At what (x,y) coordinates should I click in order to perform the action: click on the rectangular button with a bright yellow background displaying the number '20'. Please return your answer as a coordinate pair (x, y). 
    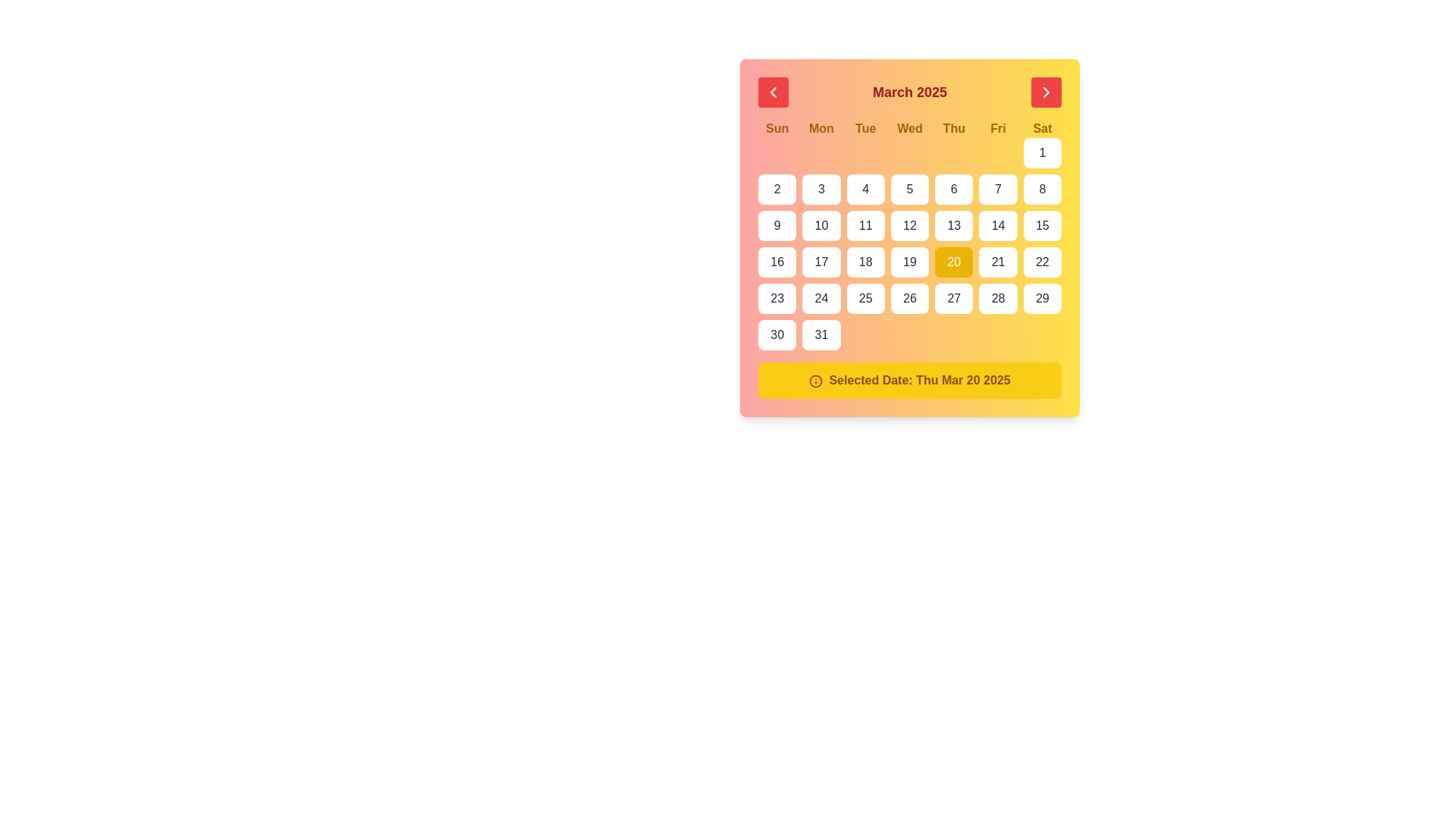
    Looking at the image, I should click on (953, 262).